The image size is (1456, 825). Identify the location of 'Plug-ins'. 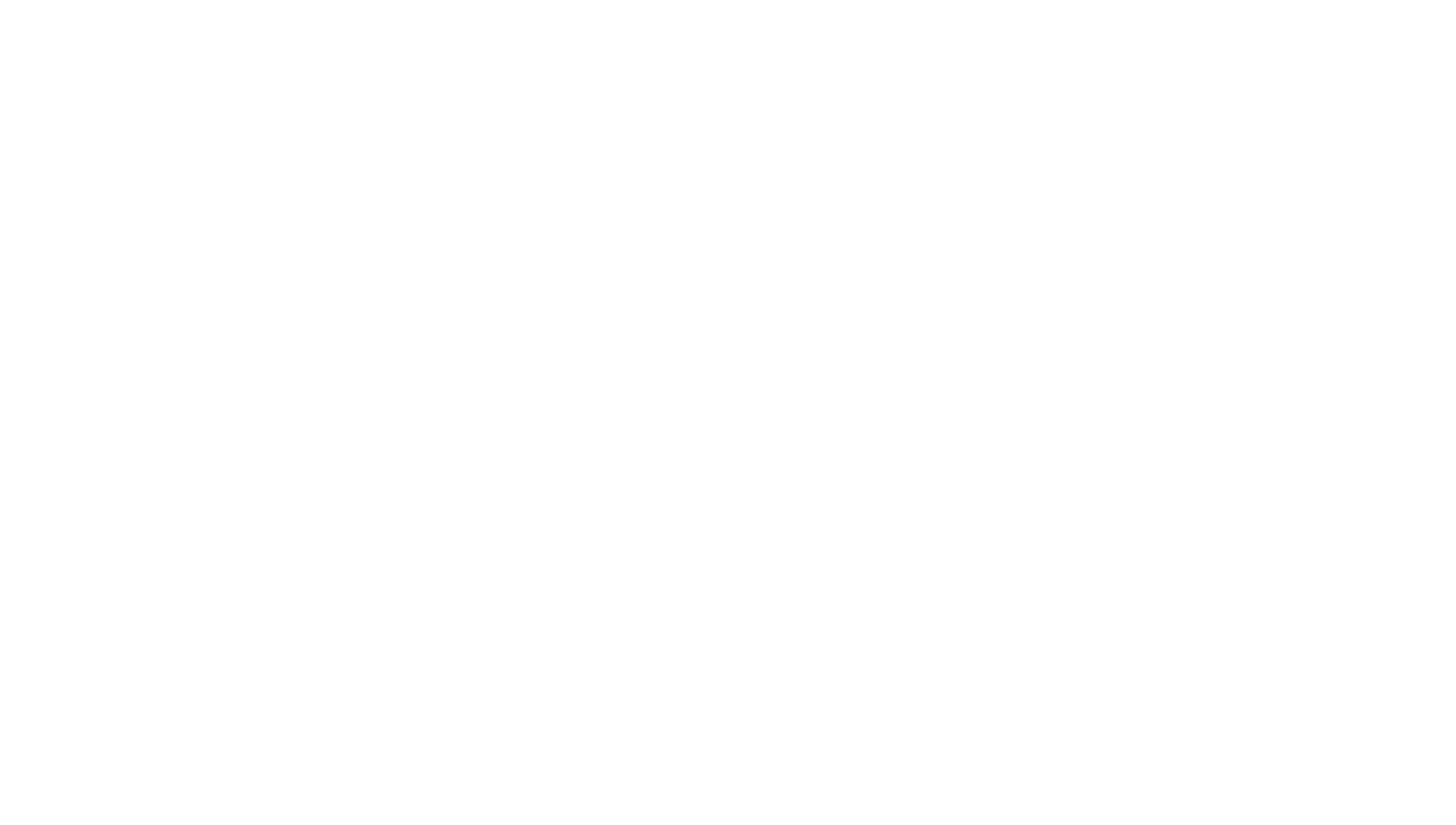
(489, 640).